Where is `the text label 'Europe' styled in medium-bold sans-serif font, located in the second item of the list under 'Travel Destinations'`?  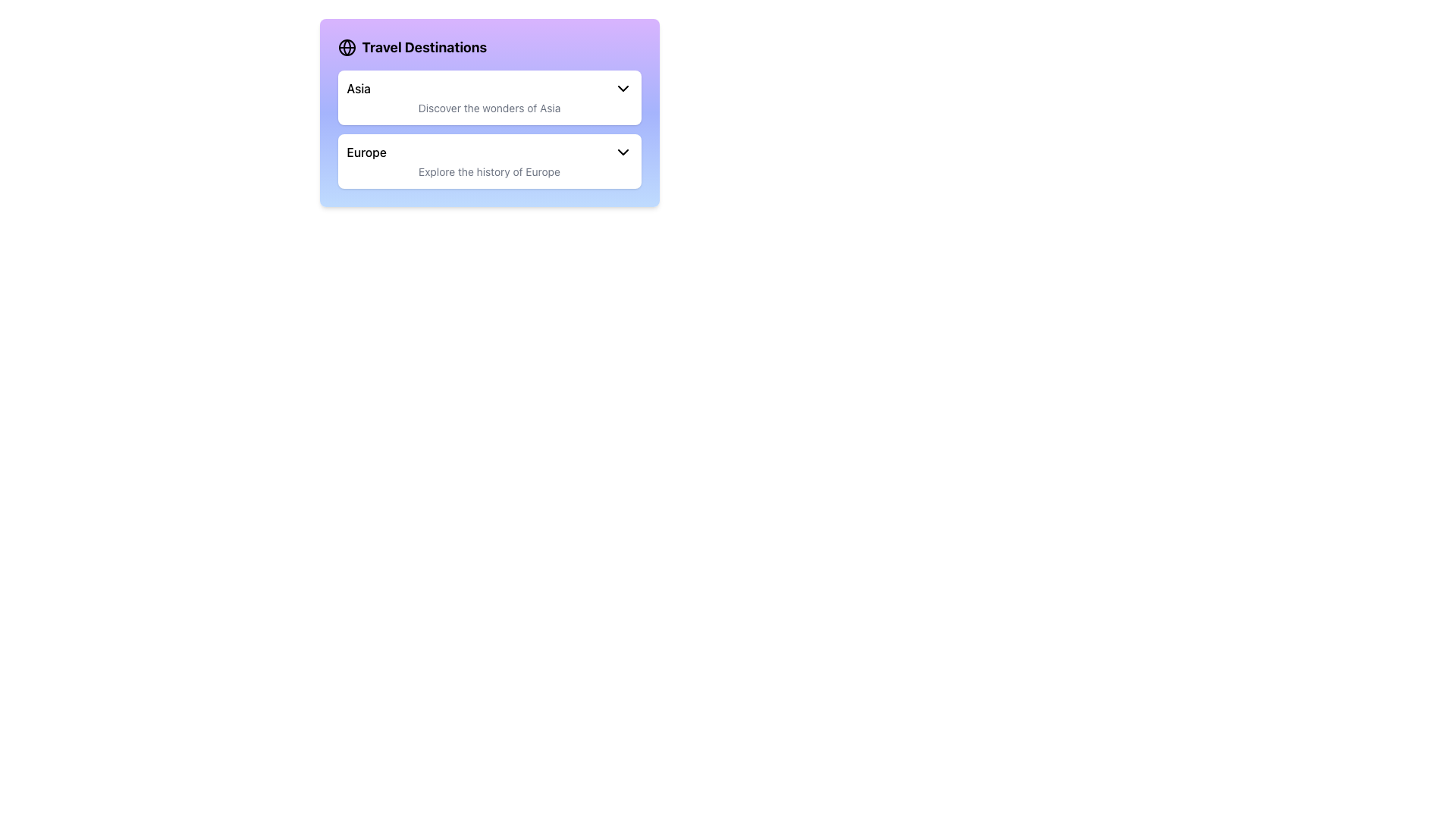
the text label 'Europe' styled in medium-bold sans-serif font, located in the second item of the list under 'Travel Destinations' is located at coordinates (366, 152).